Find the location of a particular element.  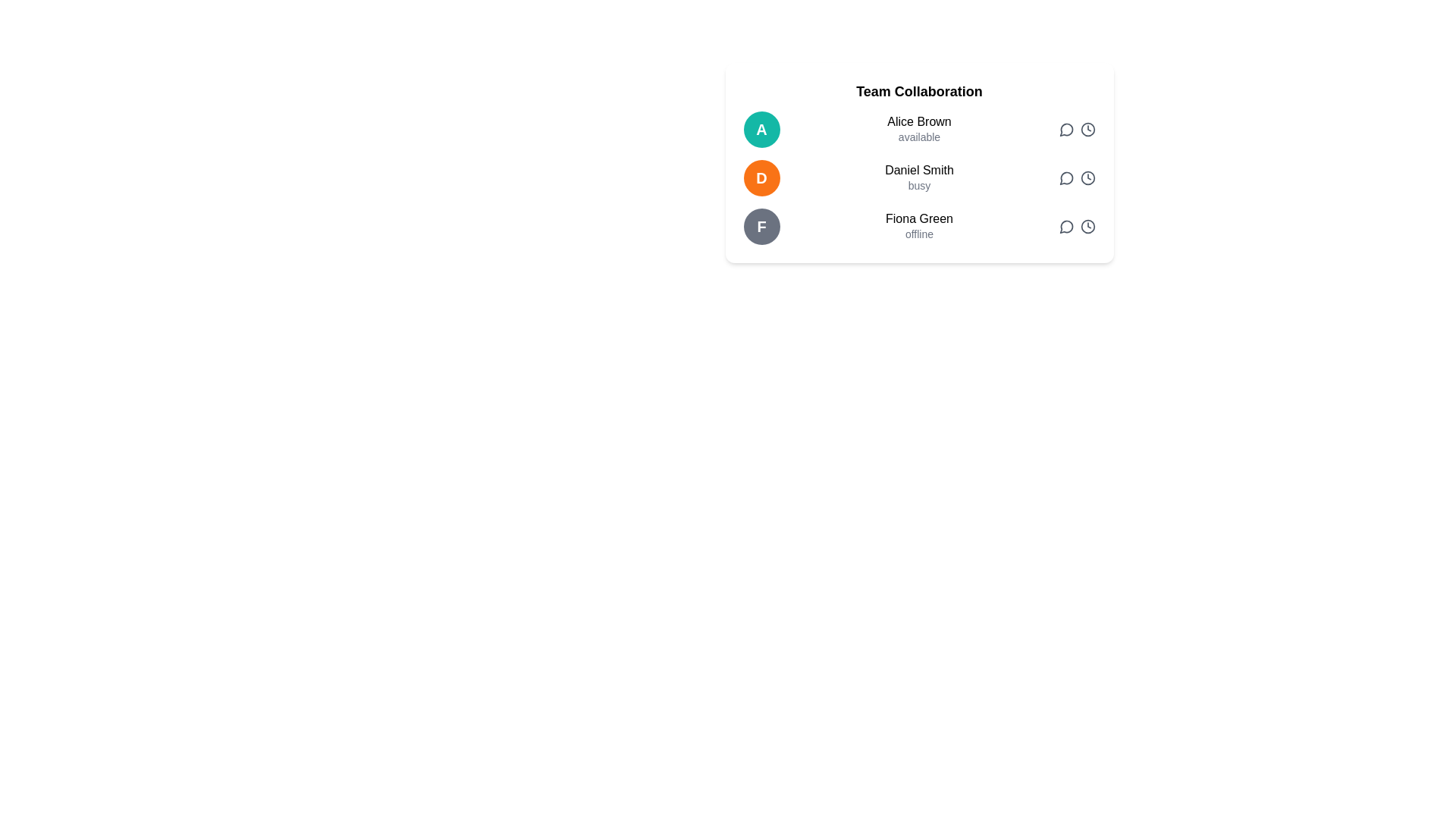

the first icon in the row of icons adjacent to 'Fiona Green' in the 'Team Collaboration' section is located at coordinates (1065, 227).